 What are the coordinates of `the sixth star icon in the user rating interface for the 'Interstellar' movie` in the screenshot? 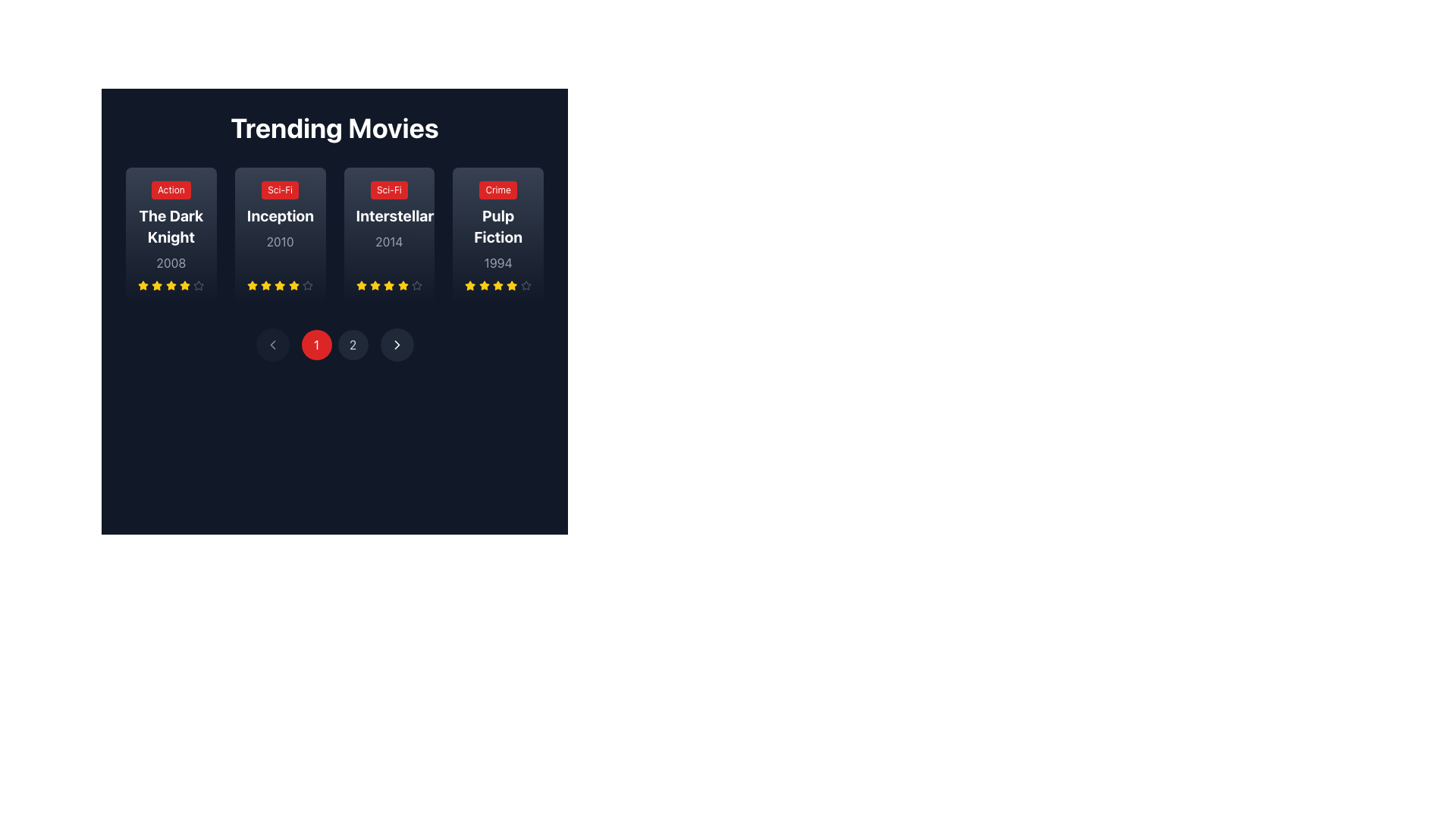 It's located at (403, 285).